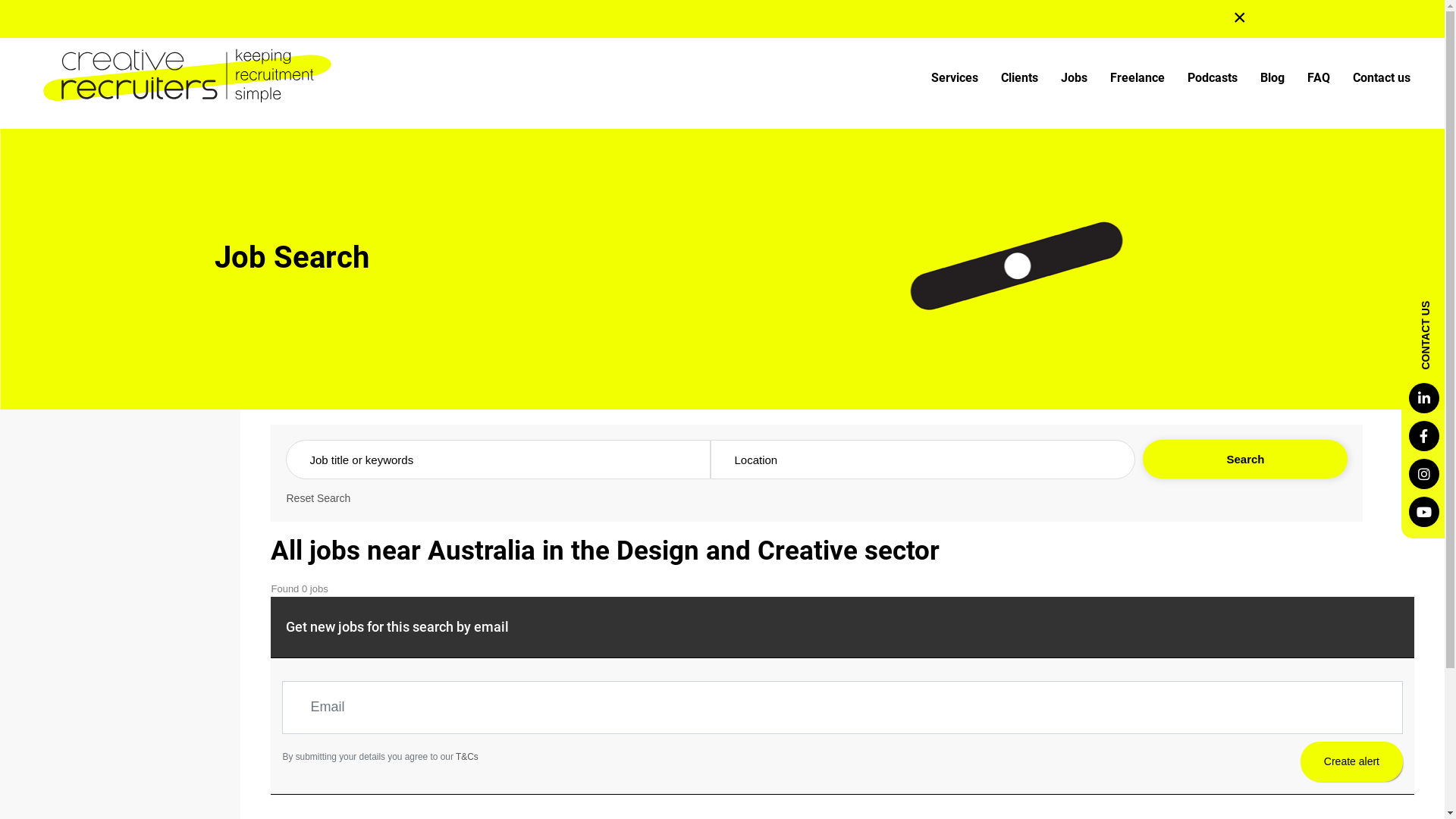  Describe the element at coordinates (1272, 78) in the screenshot. I see `'Blog'` at that location.